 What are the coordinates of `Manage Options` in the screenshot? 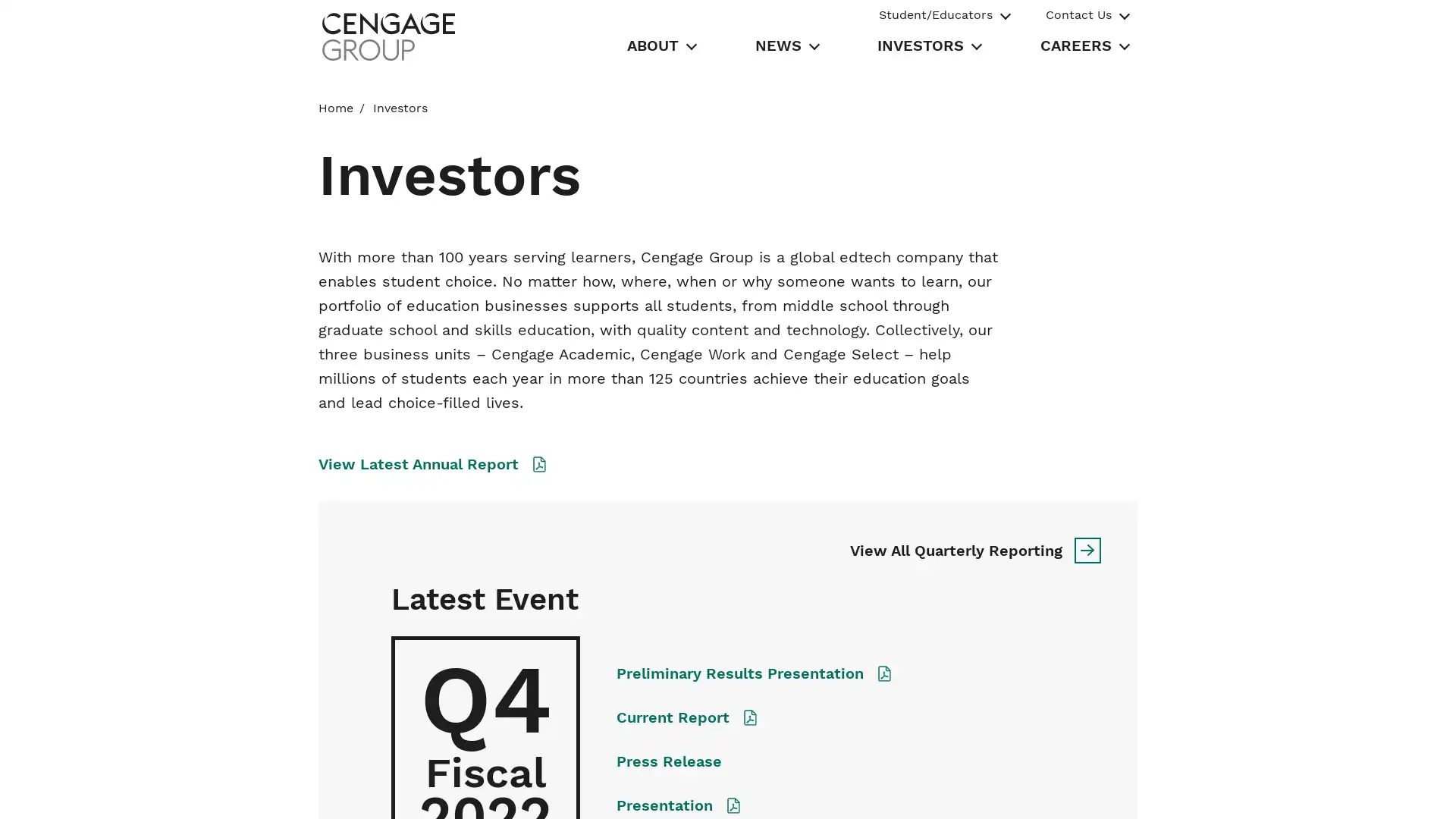 It's located at (1060, 789).